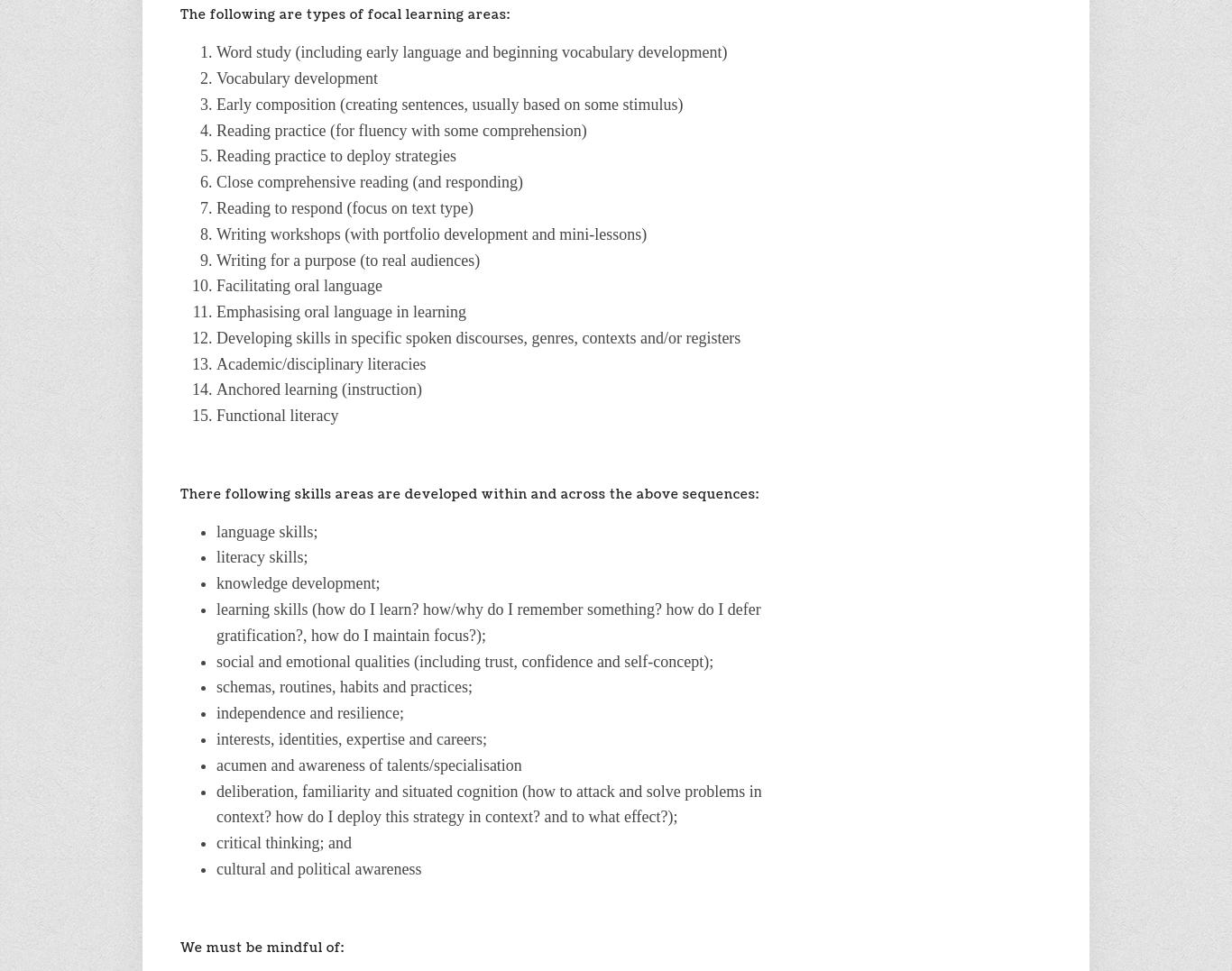 Image resolution: width=1232 pixels, height=971 pixels. I want to click on 'deliberation, familiarity and situated cognition (how to attack and solve problems in context? how do I deploy this strategy in context? and to what effect?);', so click(489, 803).